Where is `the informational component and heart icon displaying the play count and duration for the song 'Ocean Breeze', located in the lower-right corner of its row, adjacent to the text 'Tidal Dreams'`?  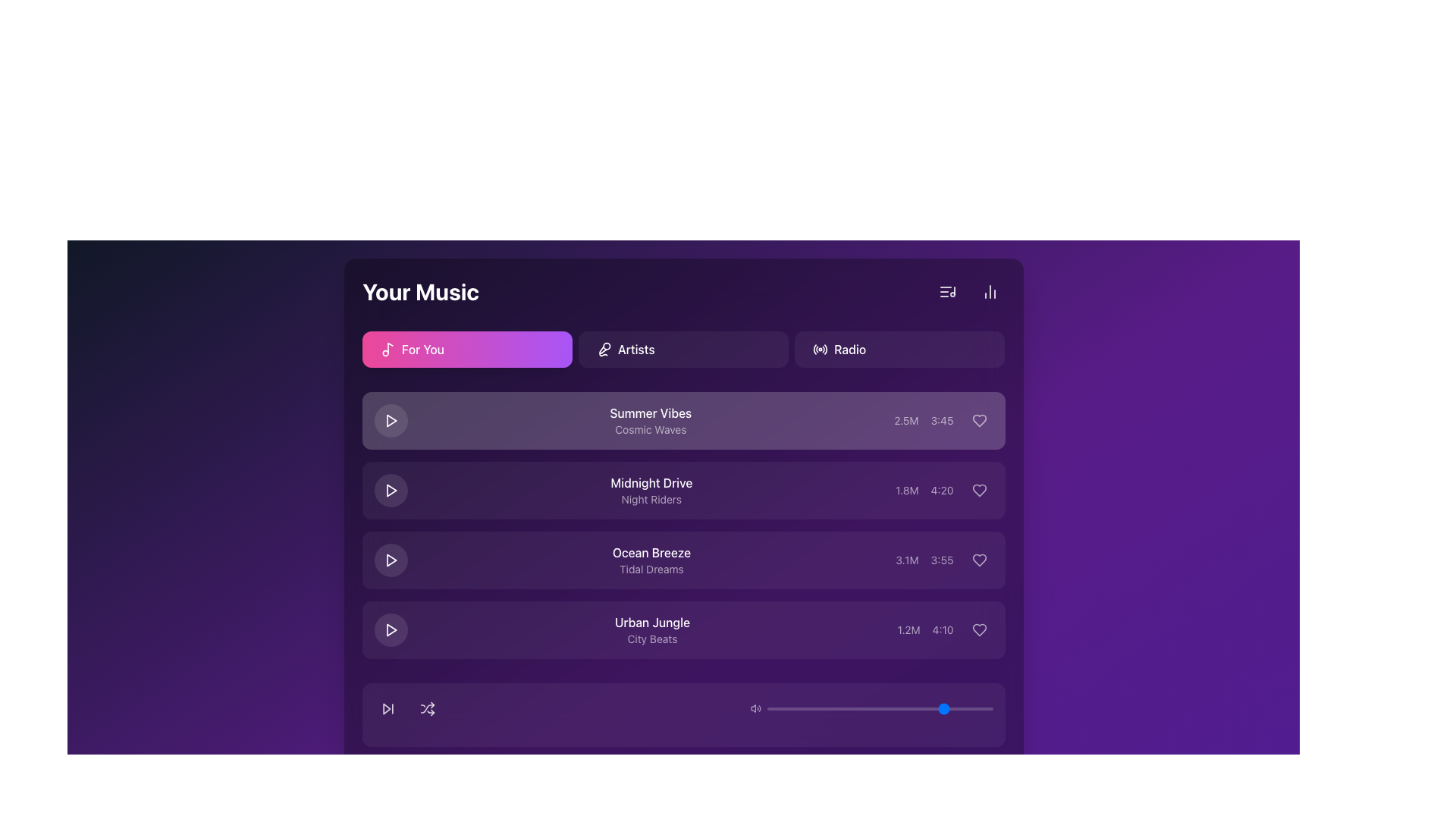
the informational component and heart icon displaying the play count and duration for the song 'Ocean Breeze', located in the lower-right corner of its row, adjacent to the text 'Tidal Dreams' is located at coordinates (943, 560).